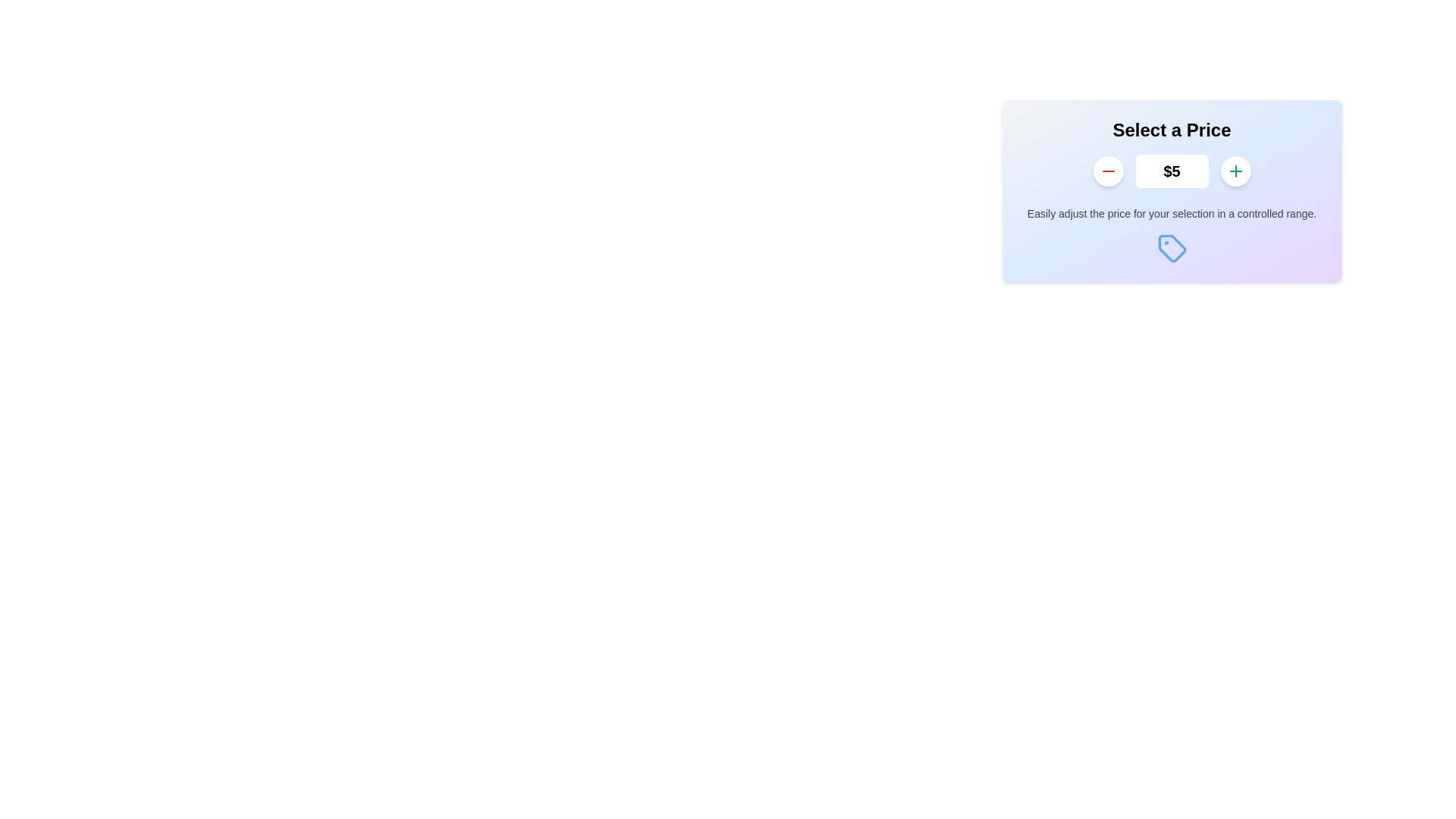  What do you see at coordinates (1108, 171) in the screenshot?
I see `the leftmost button with a red-minus icon to decrease the price displayed in the adjacent box` at bounding box center [1108, 171].